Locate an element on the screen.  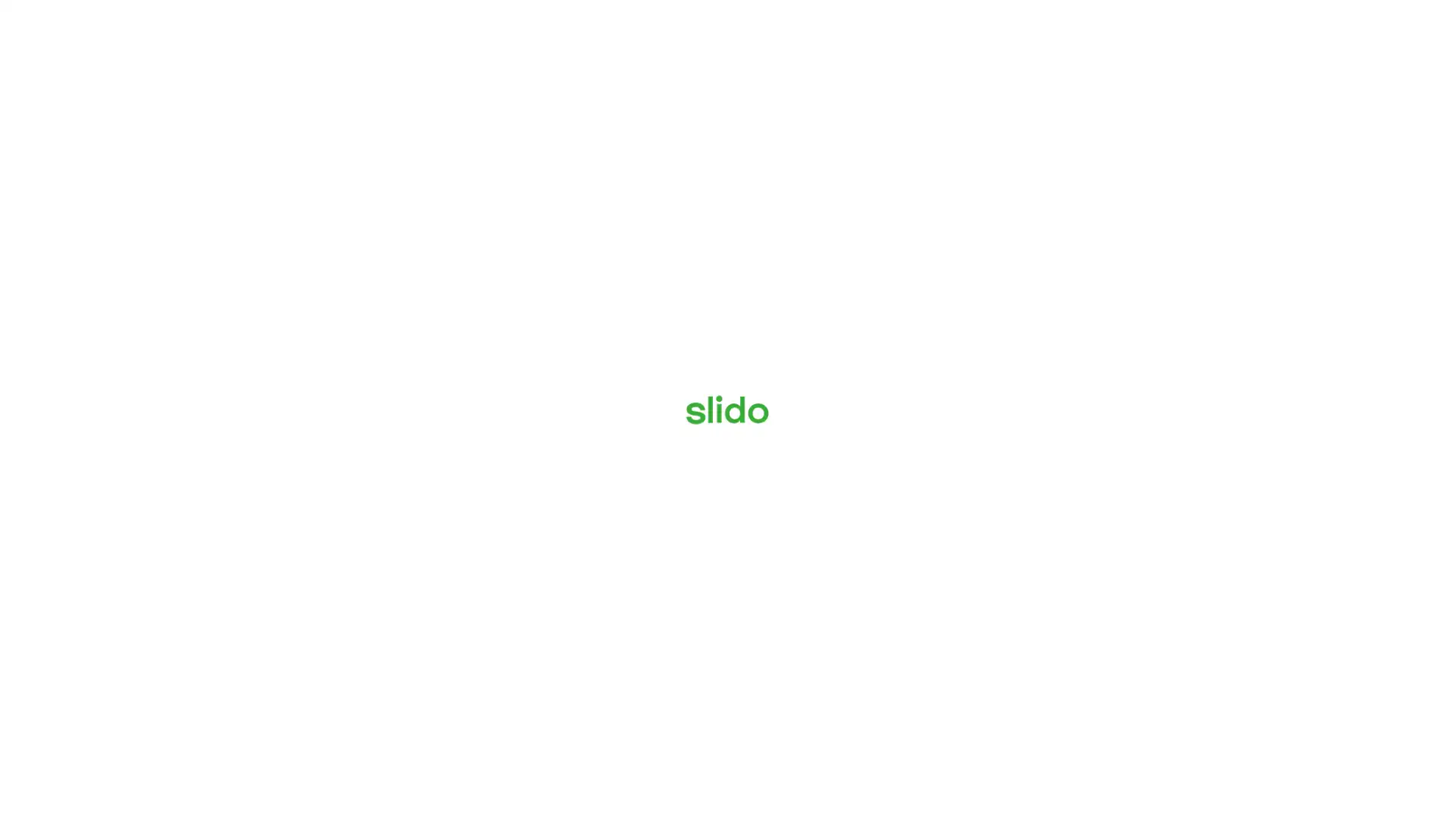
Reply is located at coordinates (1128, 764).